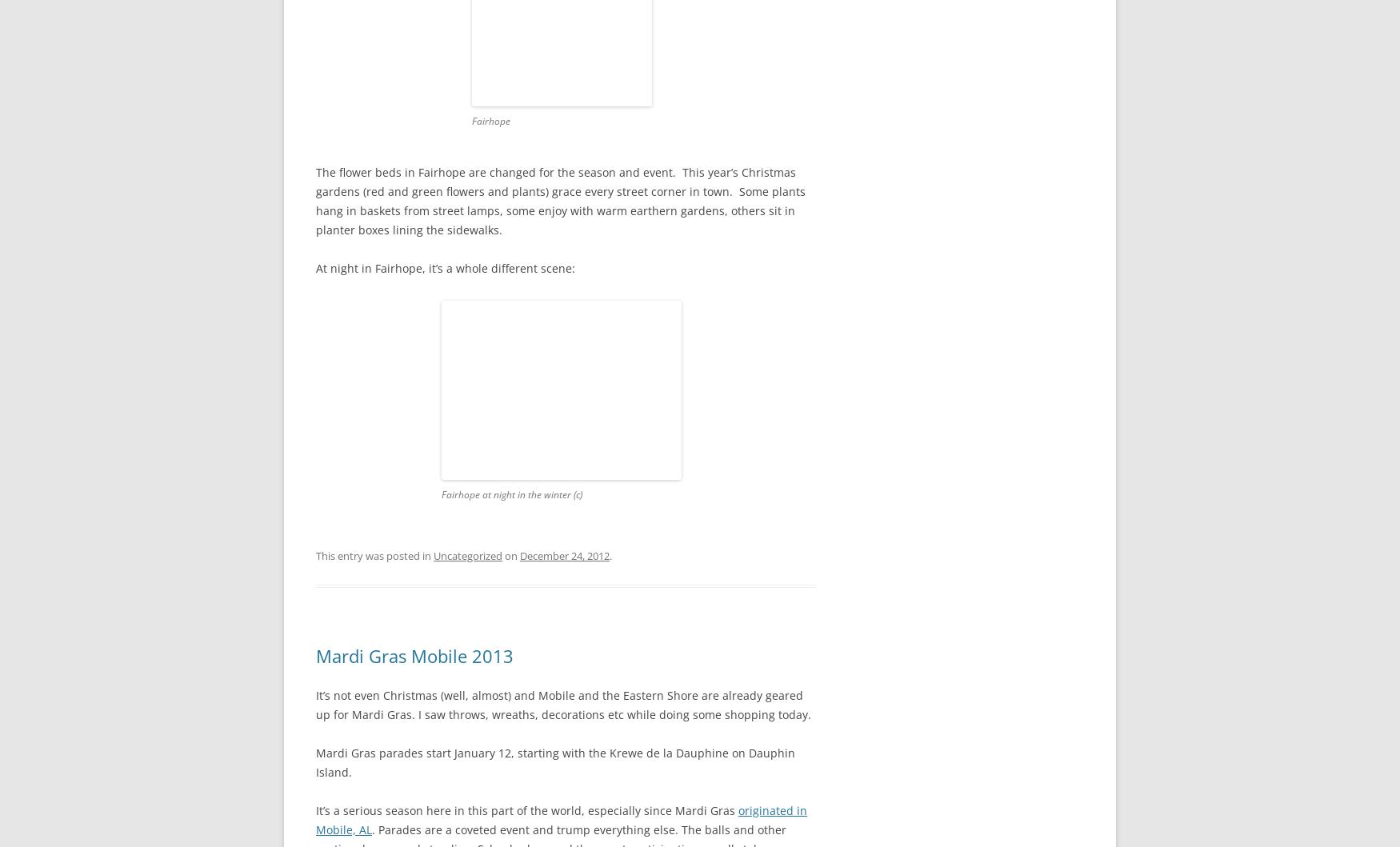  Describe the element at coordinates (314, 267) in the screenshot. I see `'At night in Fairhope, it’s a whole different scene:'` at that location.